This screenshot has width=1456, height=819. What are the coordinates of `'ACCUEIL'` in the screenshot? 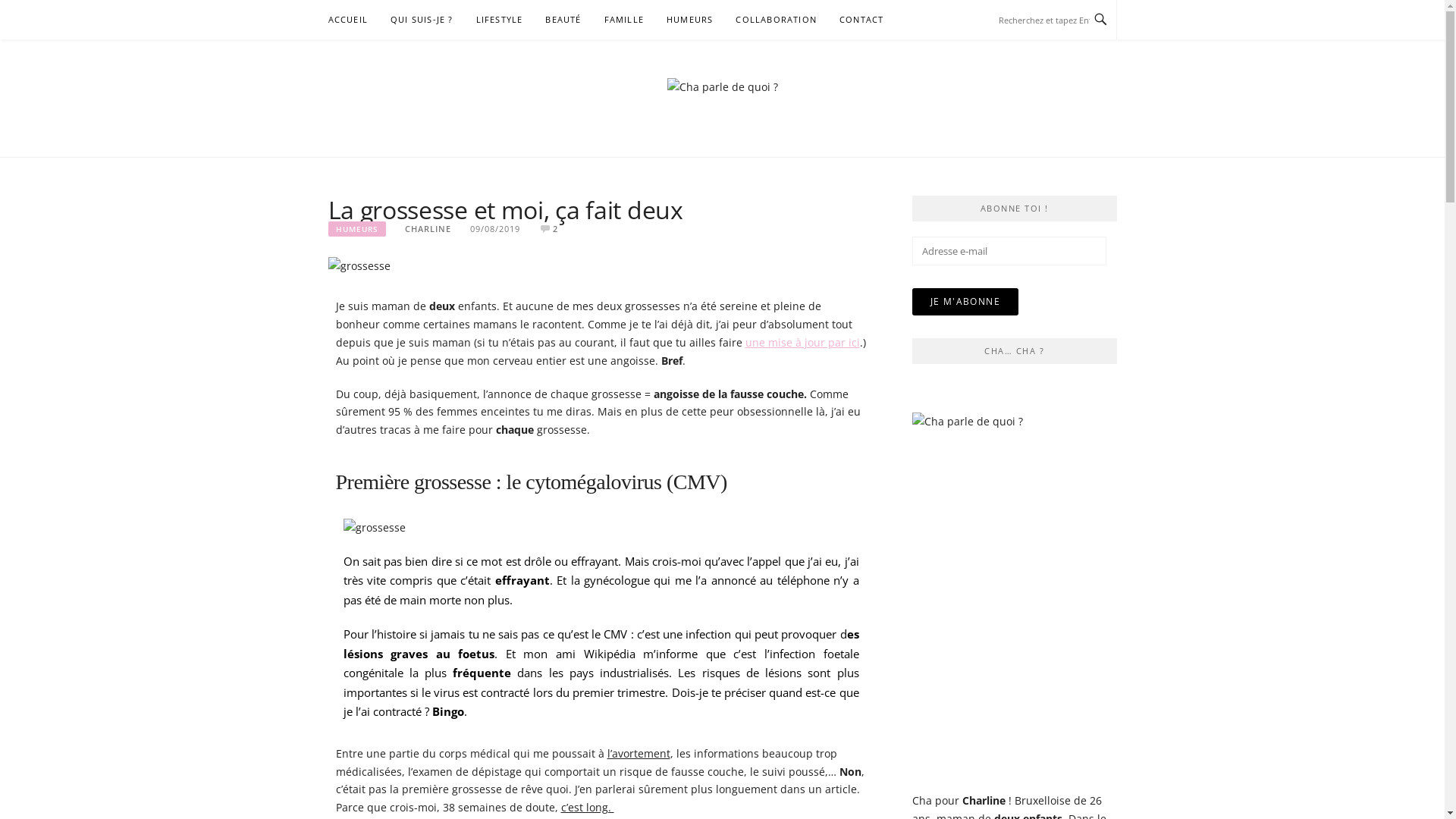 It's located at (346, 20).